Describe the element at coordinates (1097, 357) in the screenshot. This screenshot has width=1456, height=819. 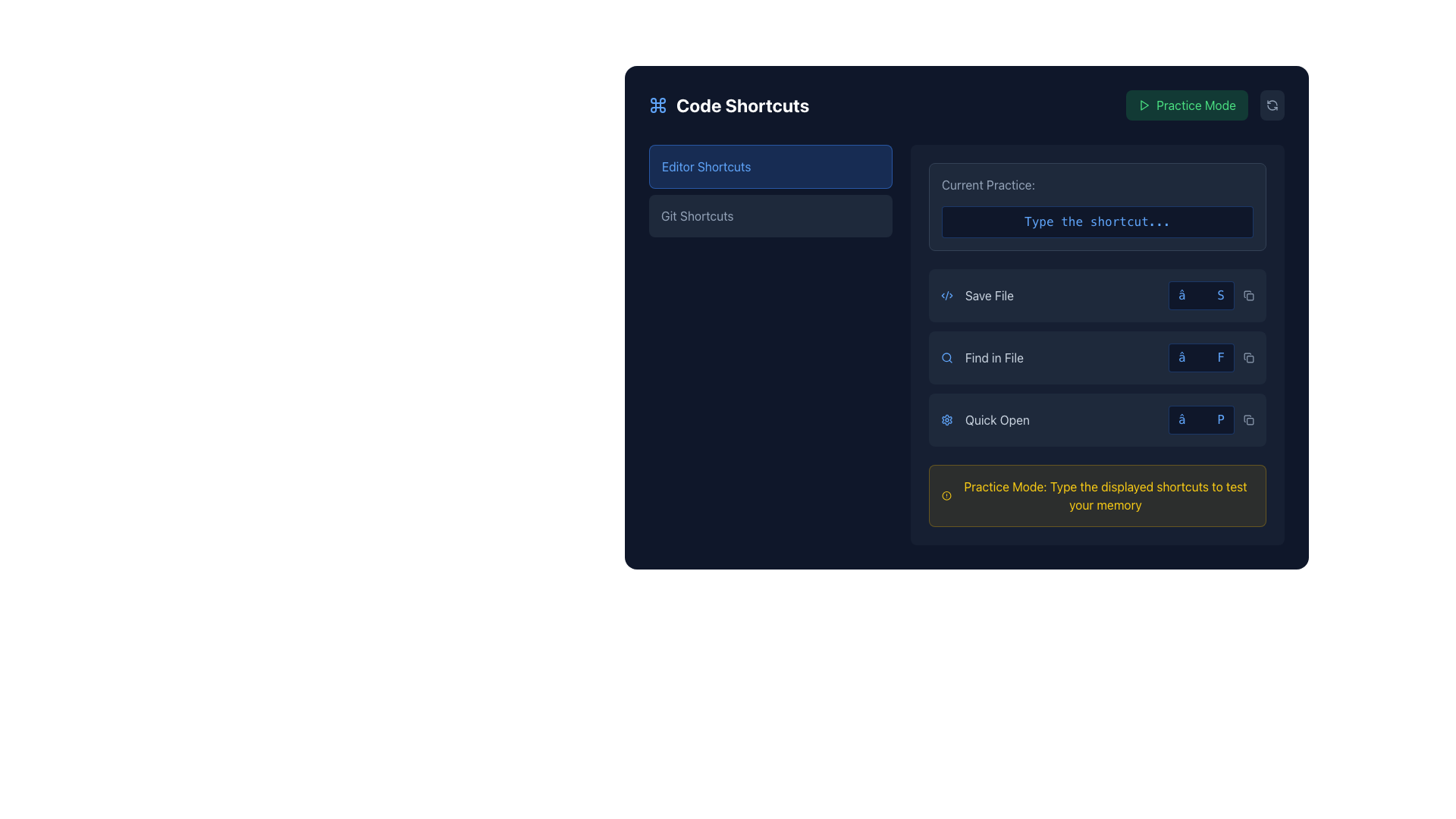
I see `the shortcut information displayed in the rectangular section labeled 'Find in File', which includes the shortcut keys '⌘ F'` at that location.